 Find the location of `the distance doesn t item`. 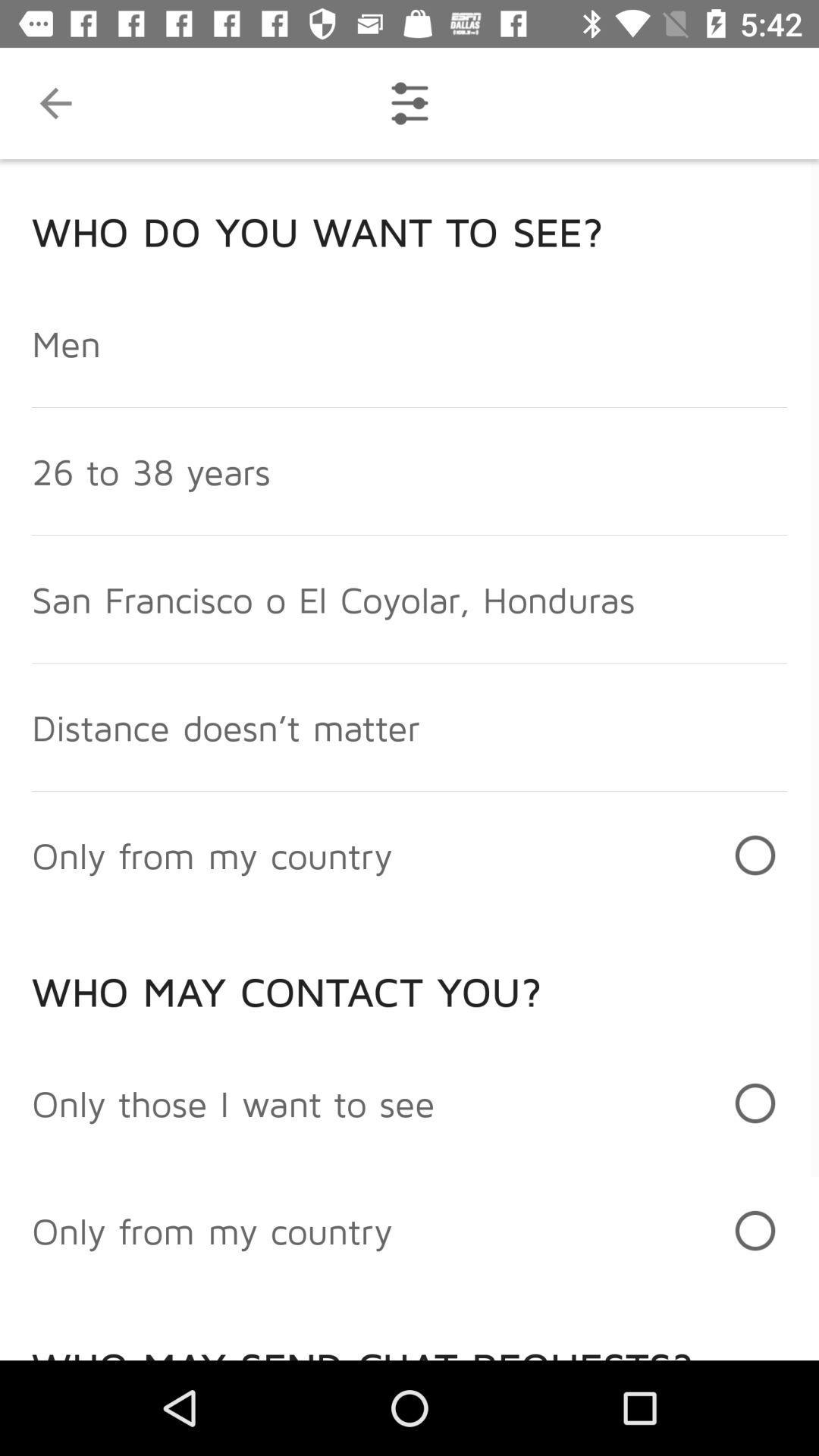

the distance doesn t item is located at coordinates (225, 726).